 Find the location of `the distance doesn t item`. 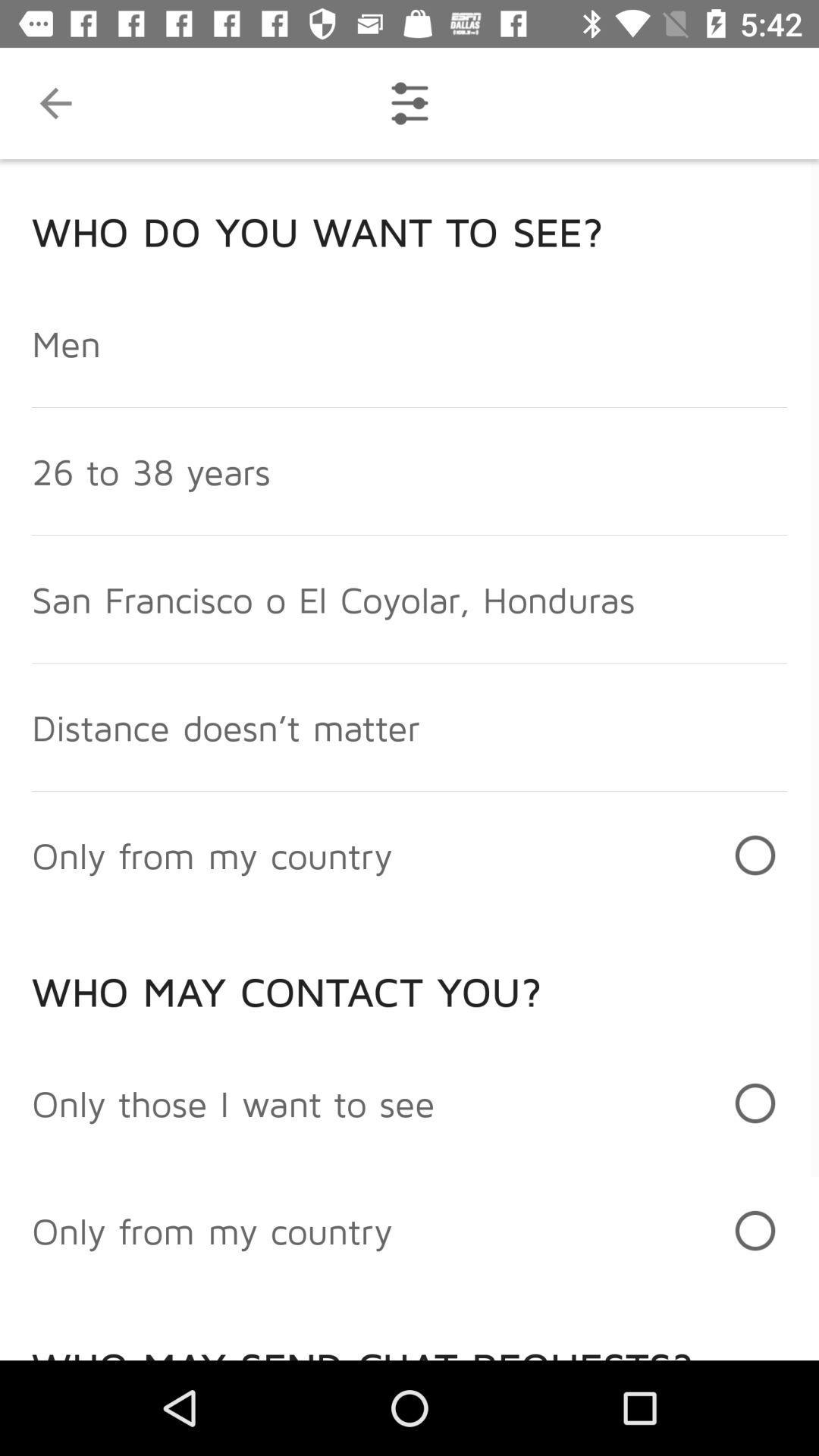

the distance doesn t item is located at coordinates (225, 726).